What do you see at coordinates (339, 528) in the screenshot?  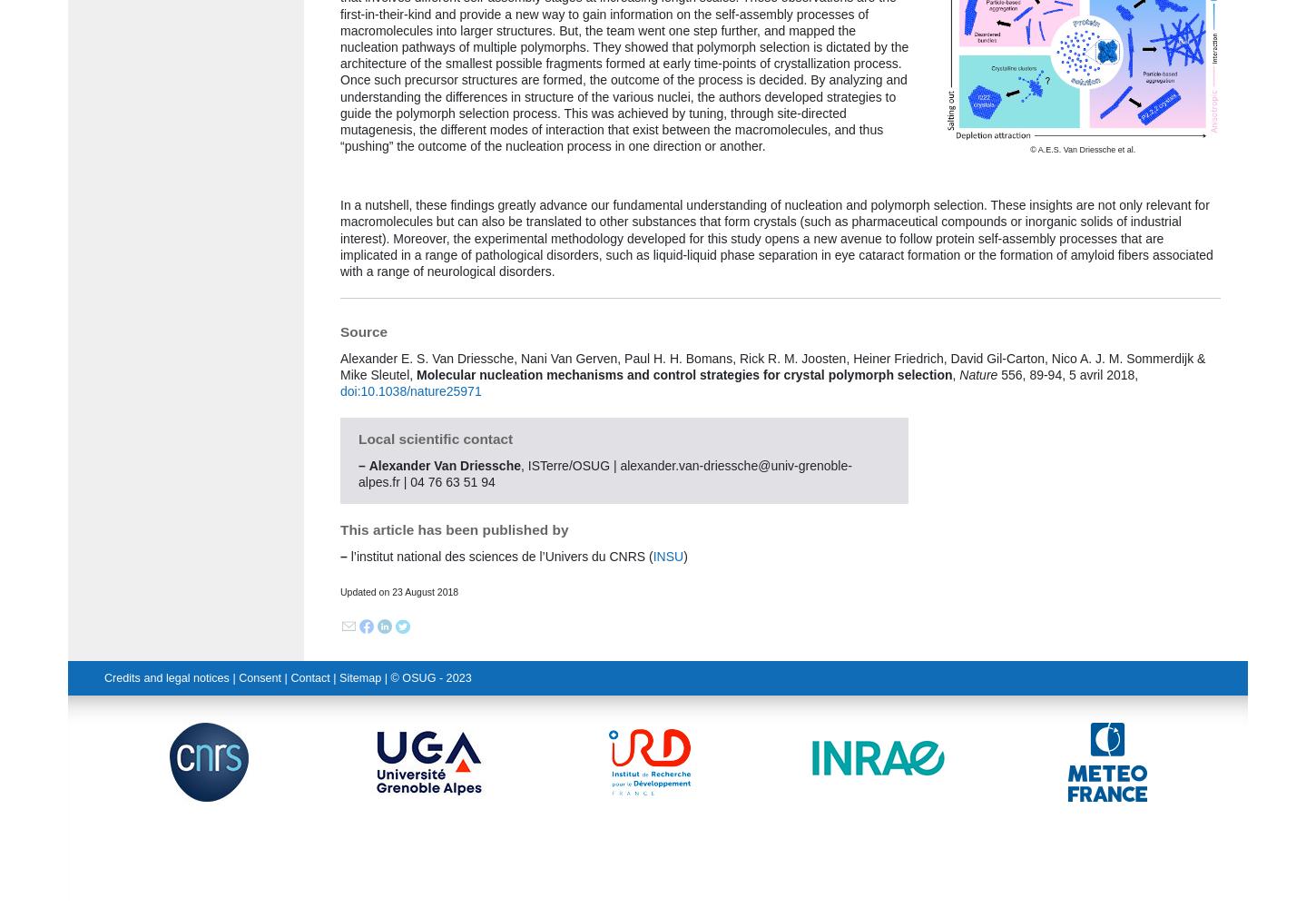 I see `'This article has been published by'` at bounding box center [339, 528].